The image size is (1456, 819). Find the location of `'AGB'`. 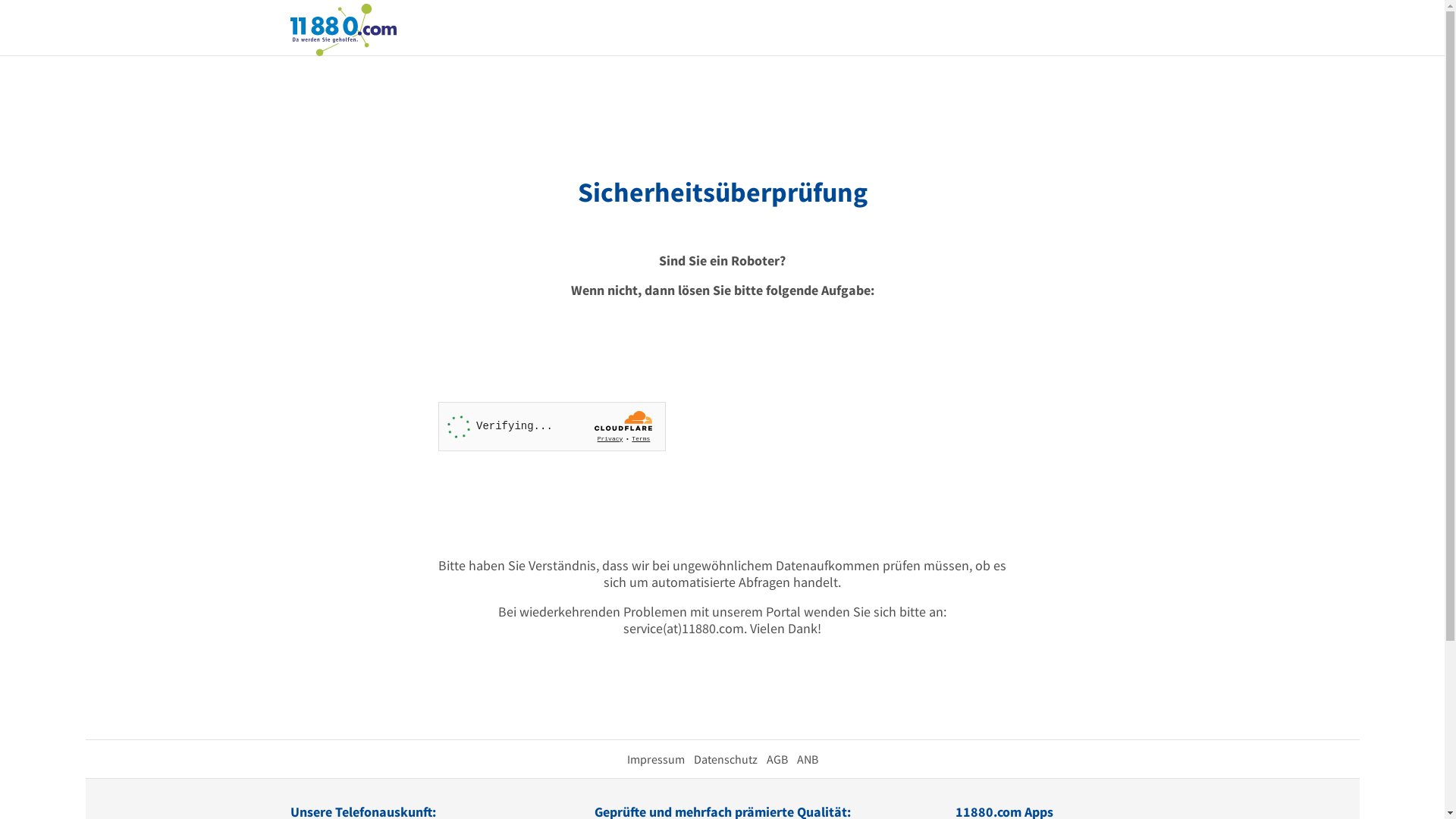

'AGB' is located at coordinates (765, 759).